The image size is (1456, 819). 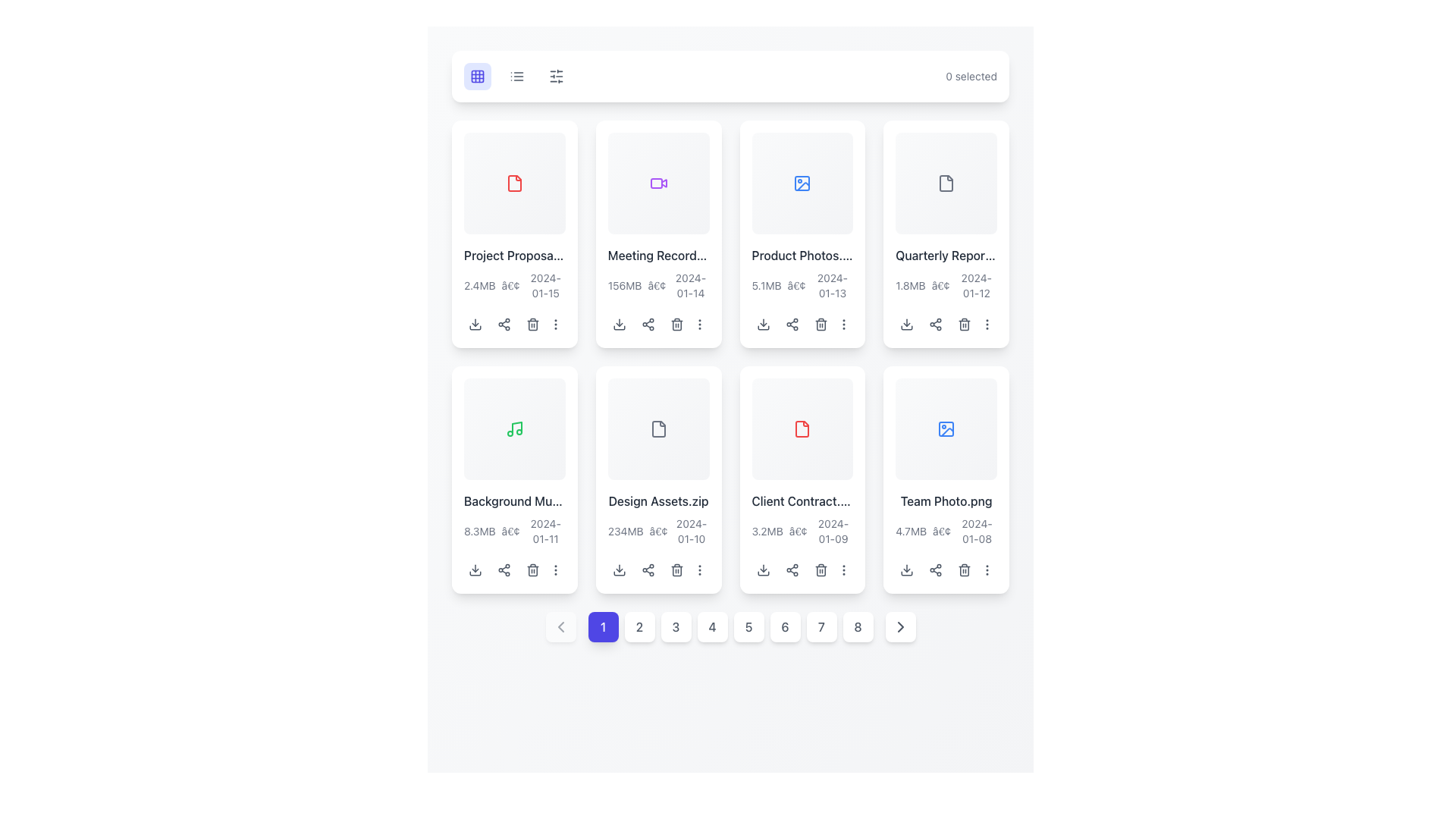 I want to click on the icon button located in the bottom-right corner of the 'Team Photo.png' card, so click(x=987, y=570).